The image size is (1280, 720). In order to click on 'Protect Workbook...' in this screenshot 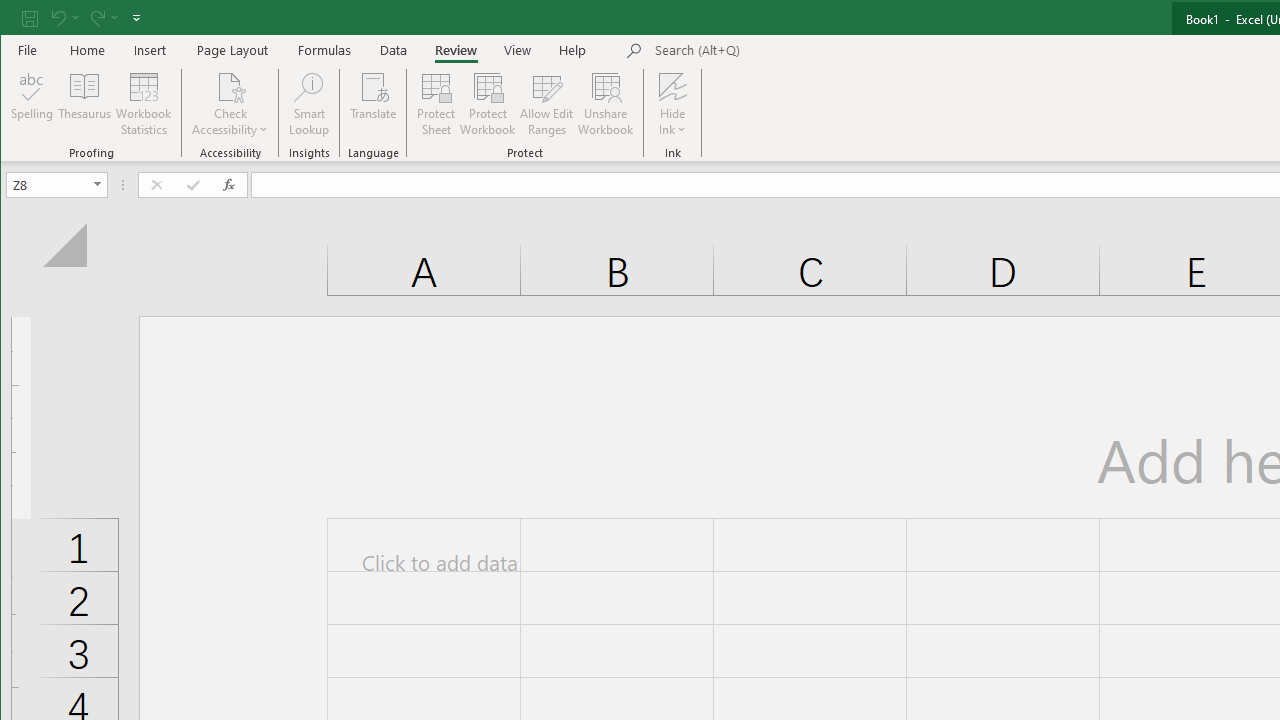, I will do `click(488, 104)`.